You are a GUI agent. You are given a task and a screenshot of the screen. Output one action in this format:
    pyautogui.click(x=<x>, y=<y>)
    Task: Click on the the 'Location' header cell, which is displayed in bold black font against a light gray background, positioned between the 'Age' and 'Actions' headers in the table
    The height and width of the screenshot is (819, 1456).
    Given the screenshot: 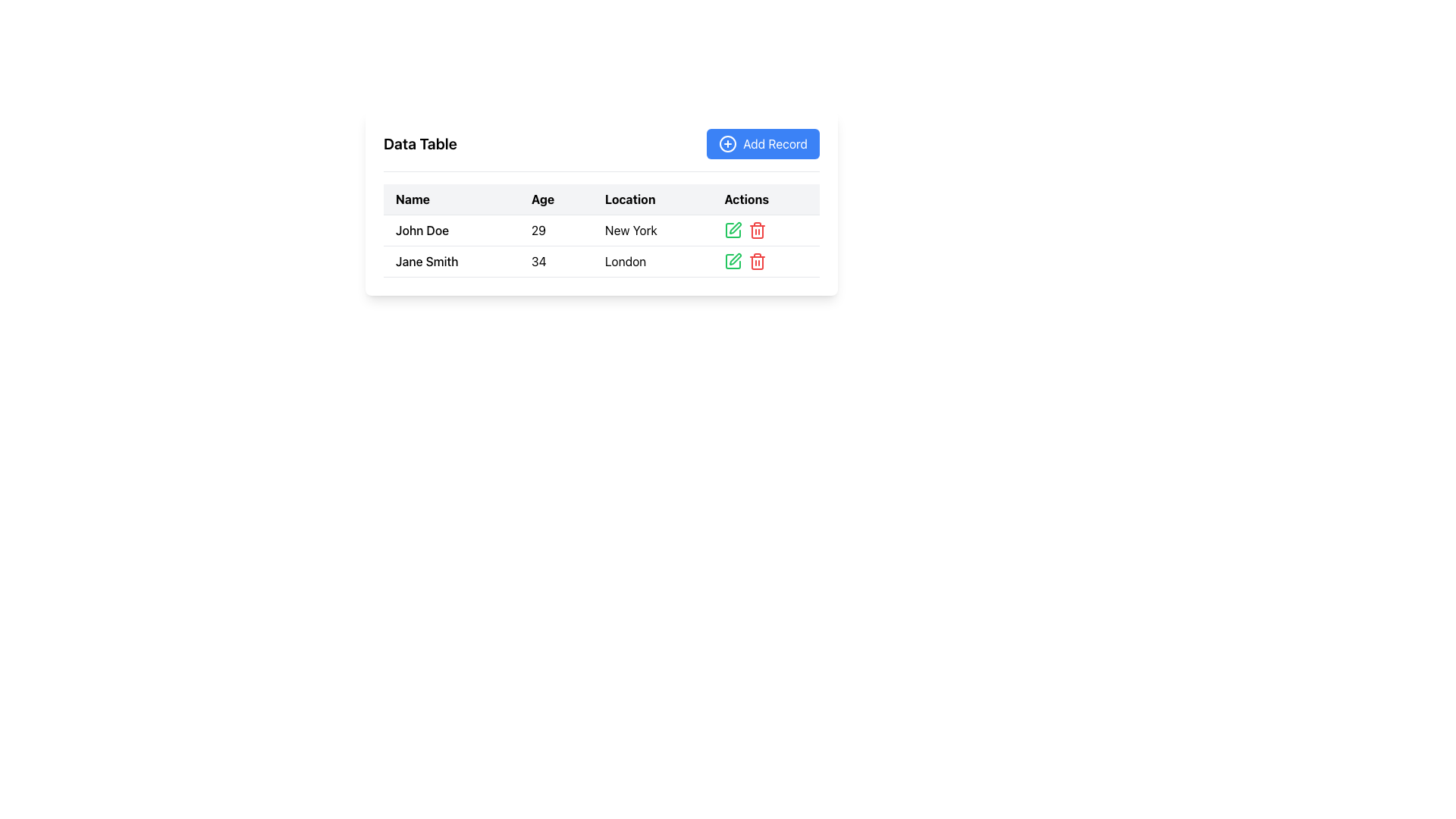 What is the action you would take?
    pyautogui.click(x=652, y=199)
    